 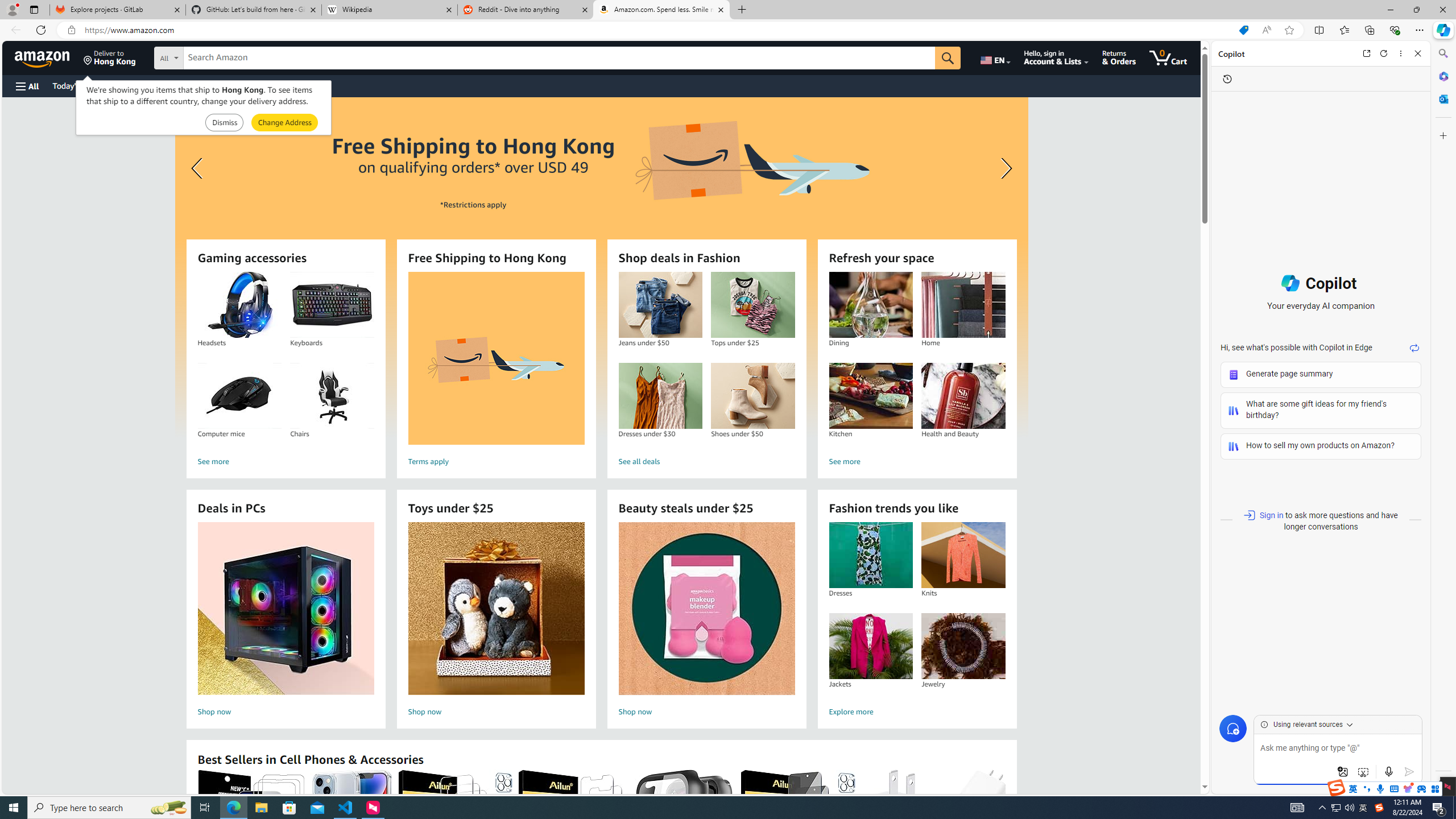 I want to click on 'Jewelry', so click(x=962, y=646).